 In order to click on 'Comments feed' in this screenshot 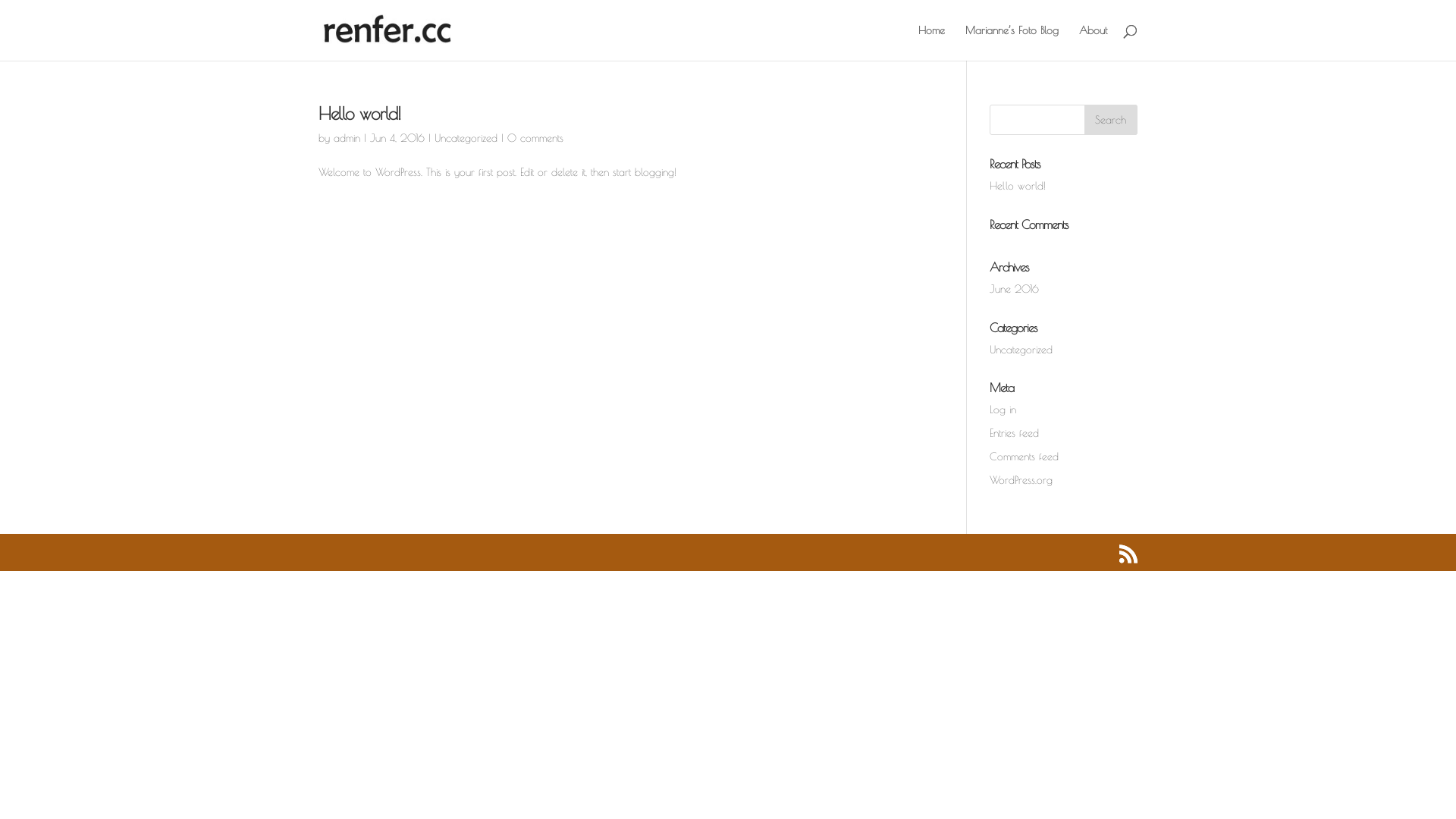, I will do `click(990, 455)`.